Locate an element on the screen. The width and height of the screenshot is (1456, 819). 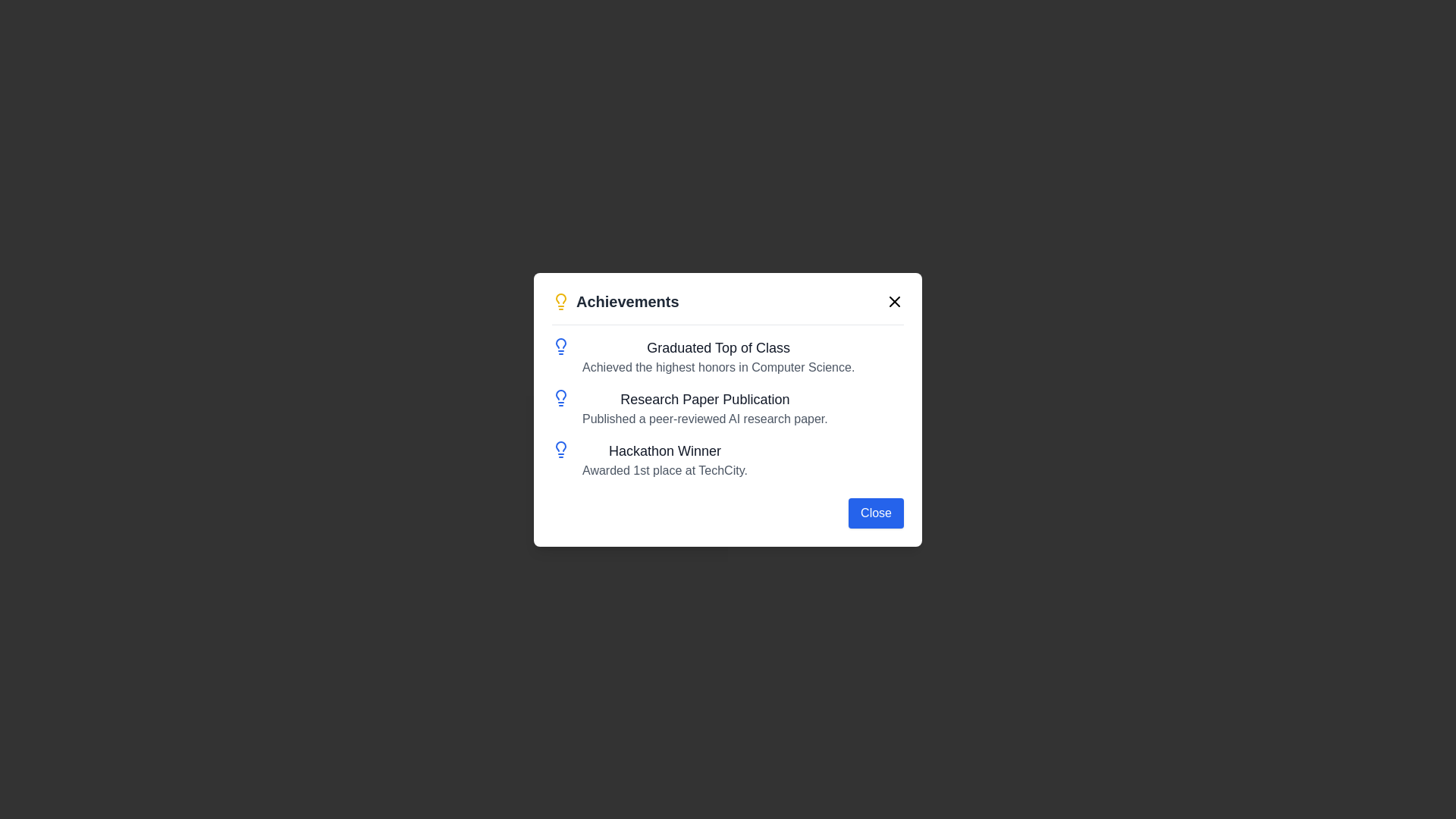
the static text that provides additional descriptive information about the achievement 'Graduated Top of Class', positioned below the header in a modal popup is located at coordinates (717, 367).